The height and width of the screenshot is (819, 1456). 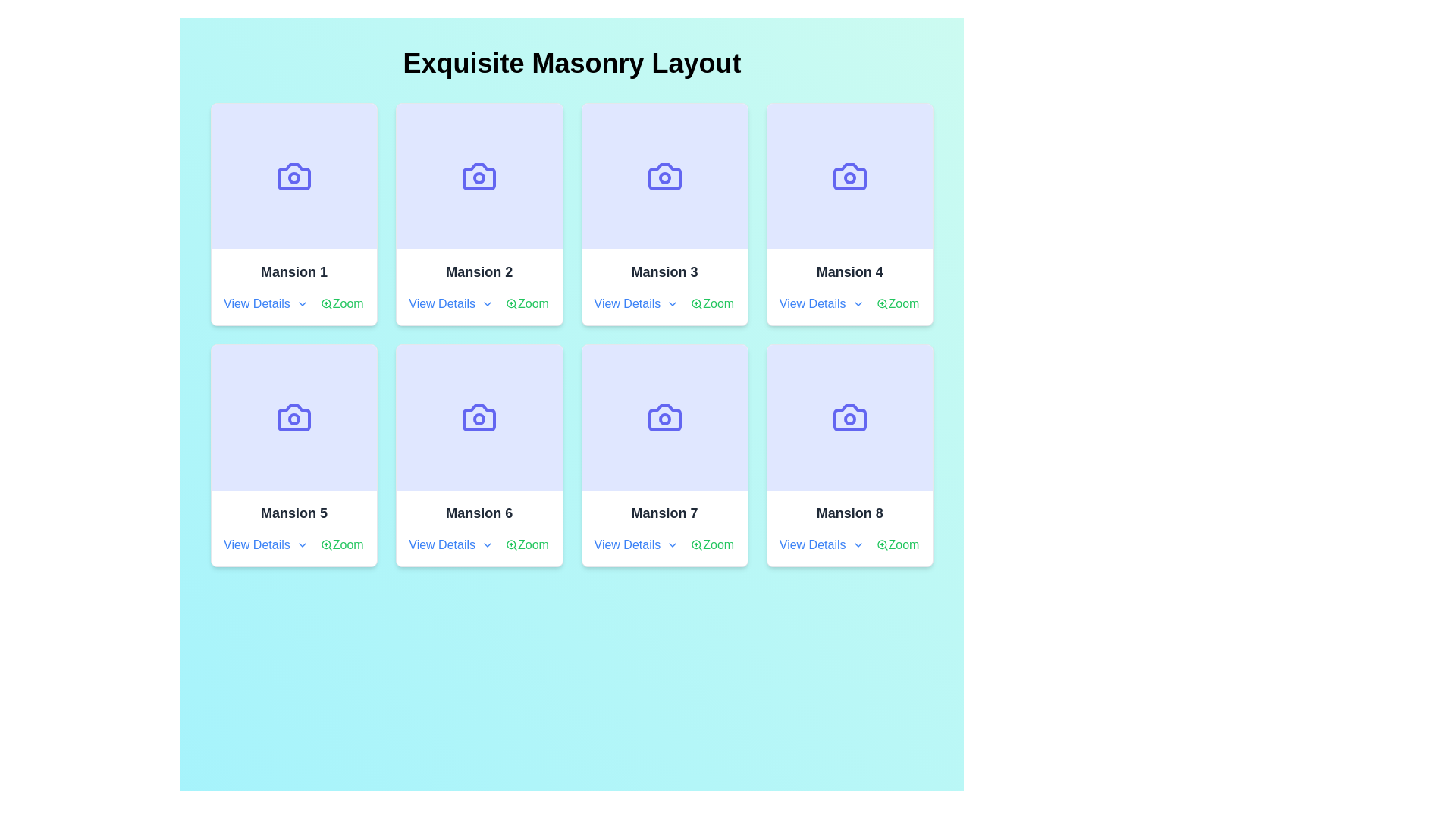 What do you see at coordinates (882, 304) in the screenshot?
I see `the zoom-in icon button (magnifying glass icon) located to the right of the 'Zoom' label within the 'Mansion 4' card and focus on it using the keyboard` at bounding box center [882, 304].